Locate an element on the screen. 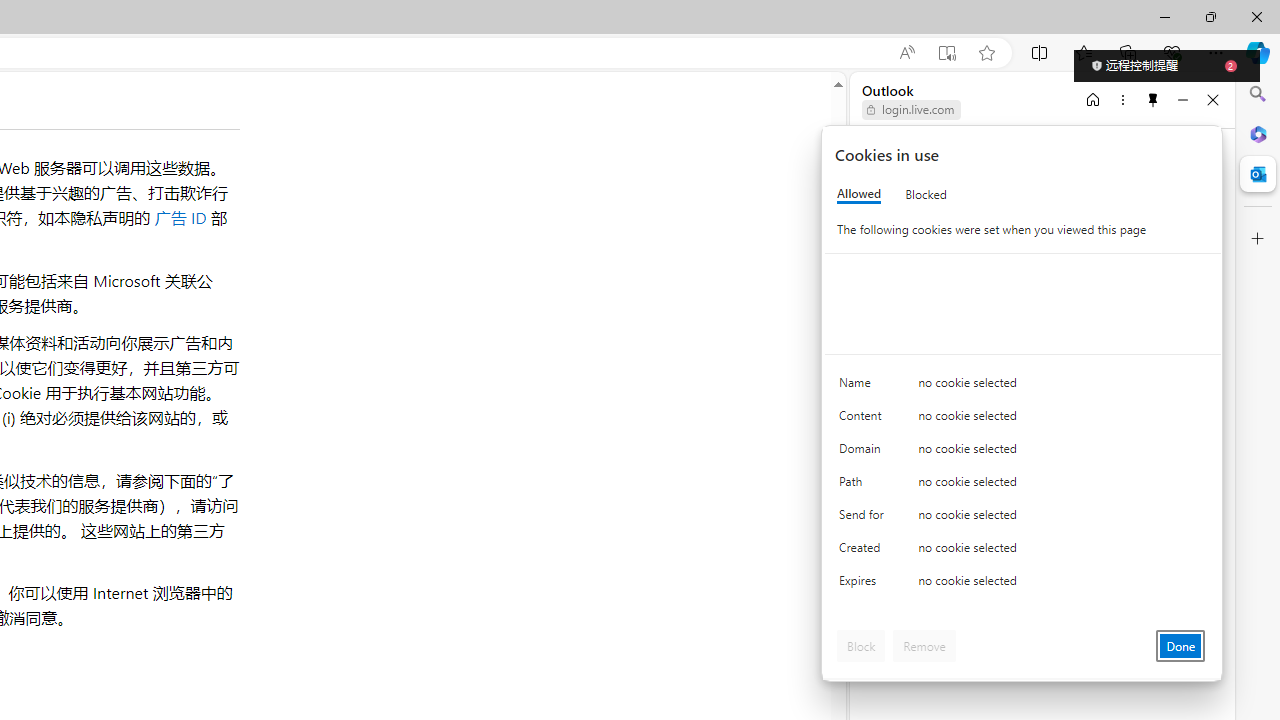 The image size is (1280, 720). 'Done' is located at coordinates (1180, 645).